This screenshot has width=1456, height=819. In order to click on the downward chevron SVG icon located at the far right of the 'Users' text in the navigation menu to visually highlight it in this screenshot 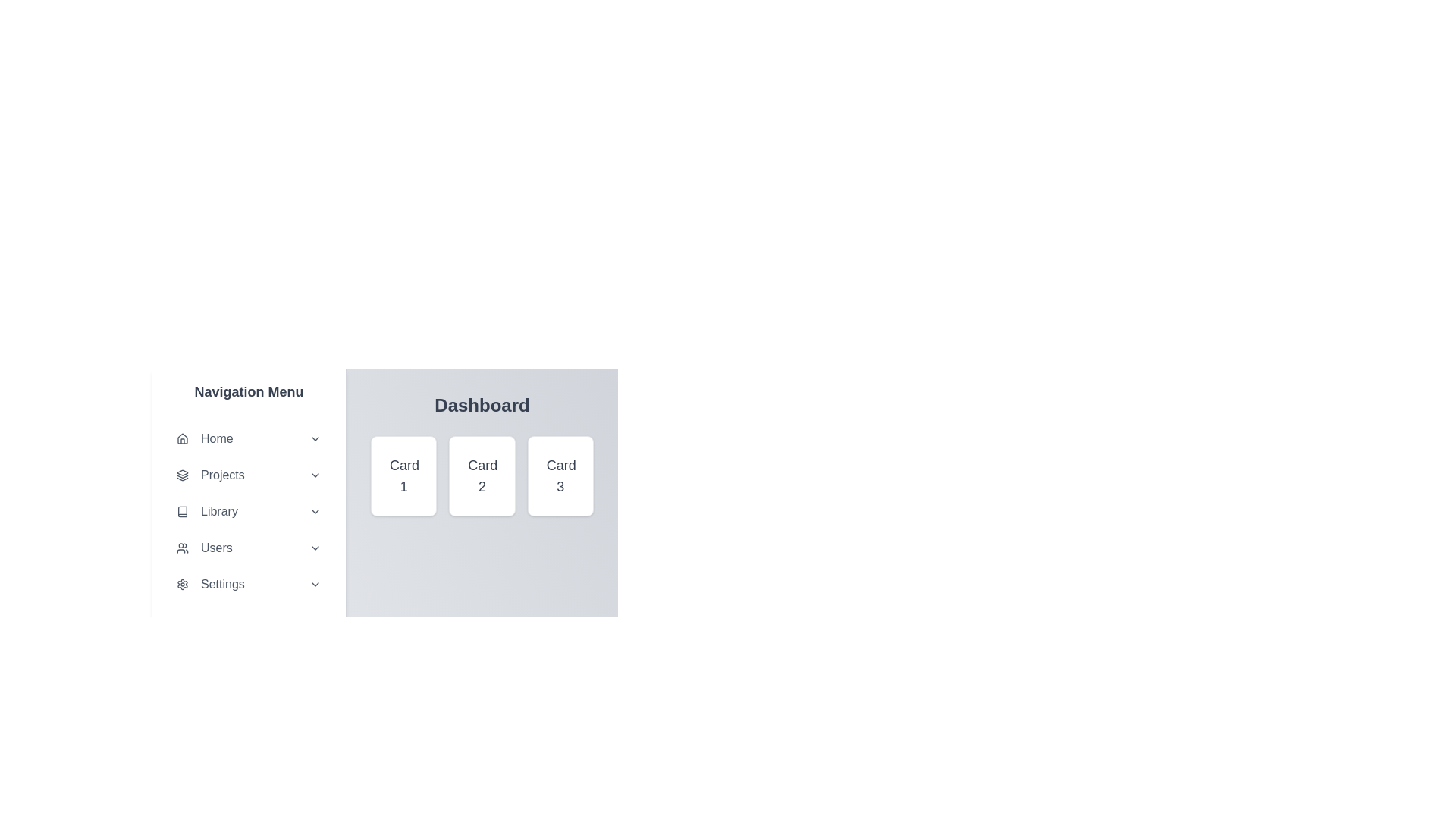, I will do `click(315, 548)`.